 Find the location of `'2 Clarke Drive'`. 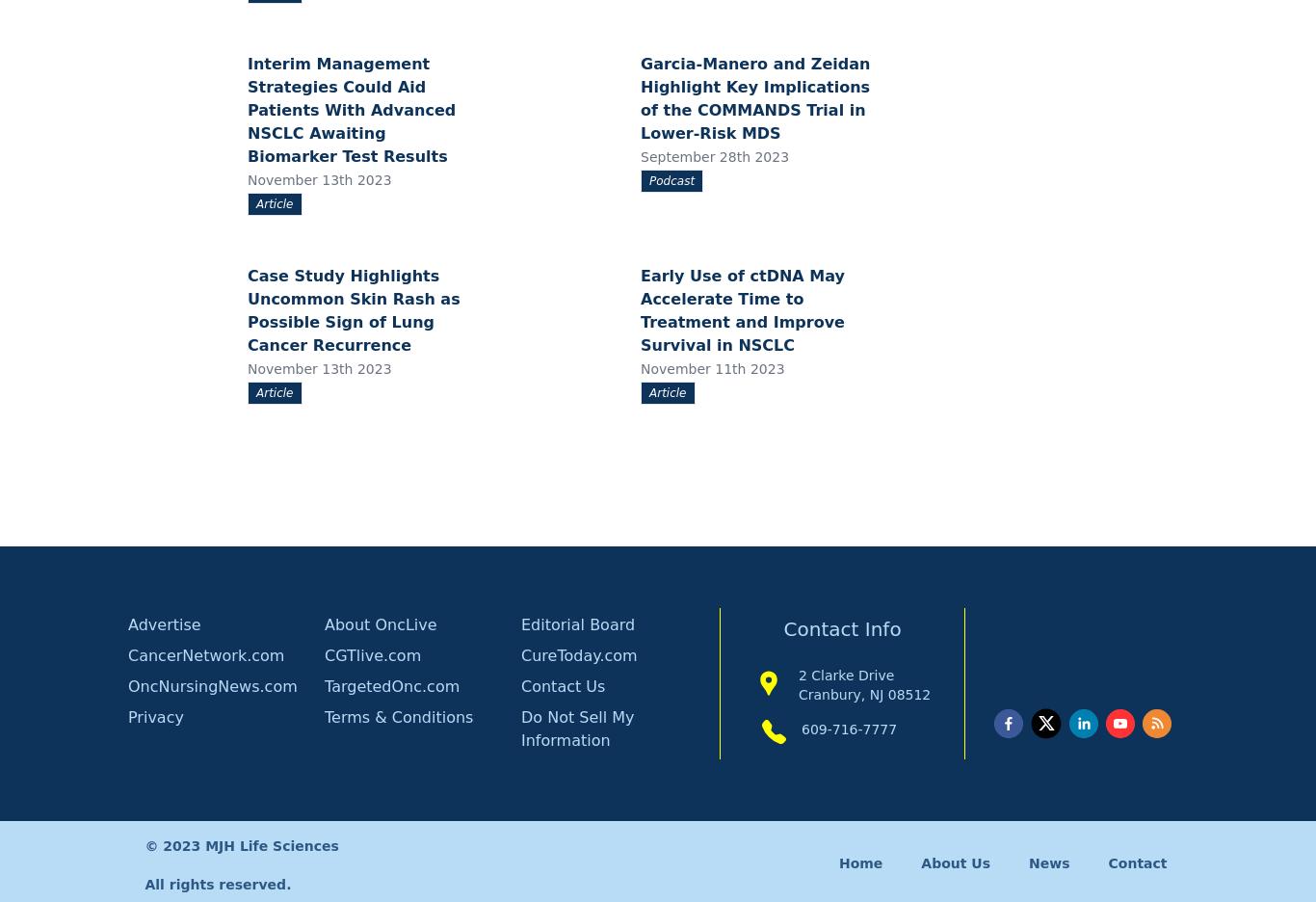

'2 Clarke Drive' is located at coordinates (796, 675).